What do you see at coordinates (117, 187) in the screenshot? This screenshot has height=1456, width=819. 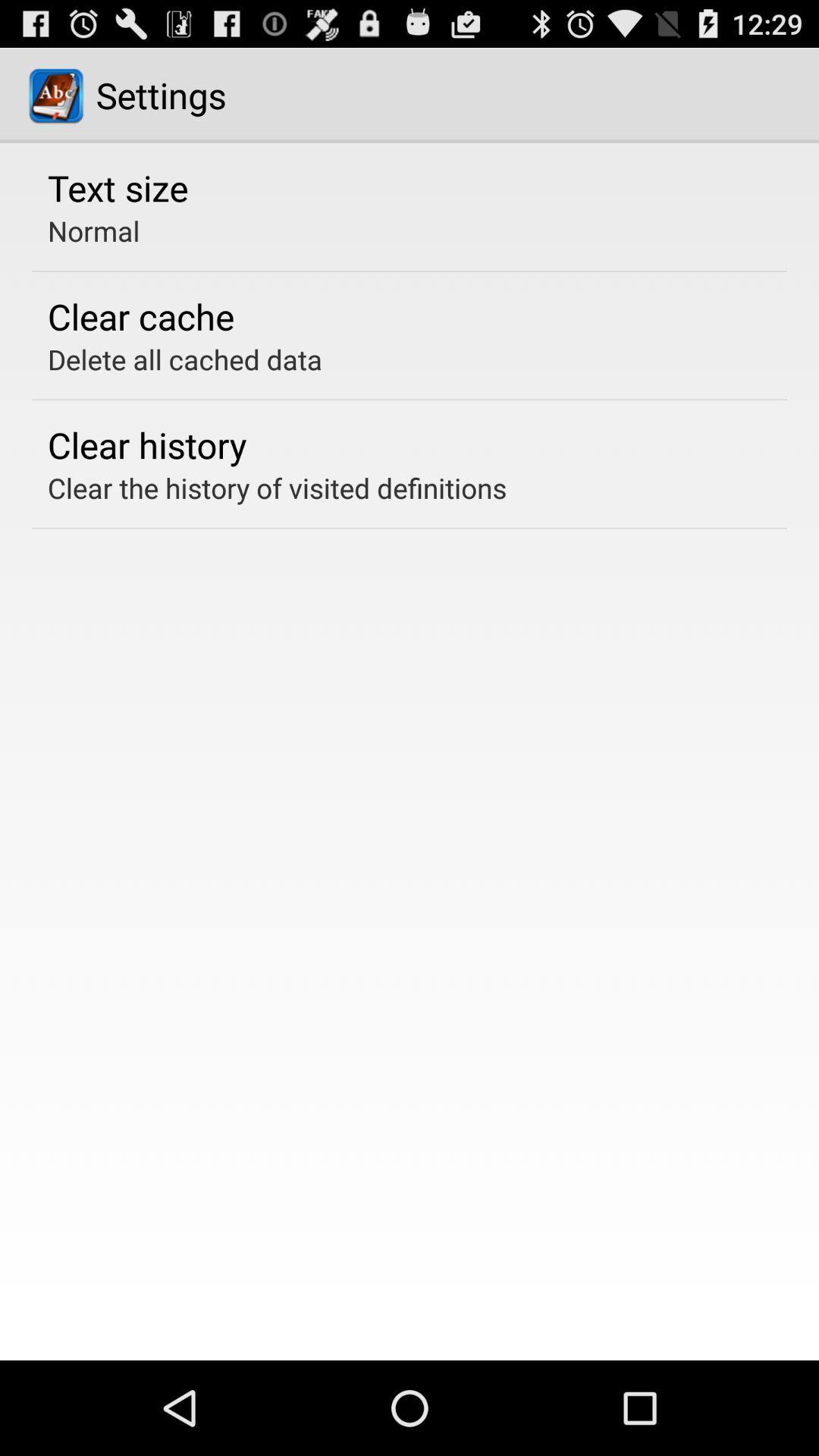 I see `the text size item` at bounding box center [117, 187].